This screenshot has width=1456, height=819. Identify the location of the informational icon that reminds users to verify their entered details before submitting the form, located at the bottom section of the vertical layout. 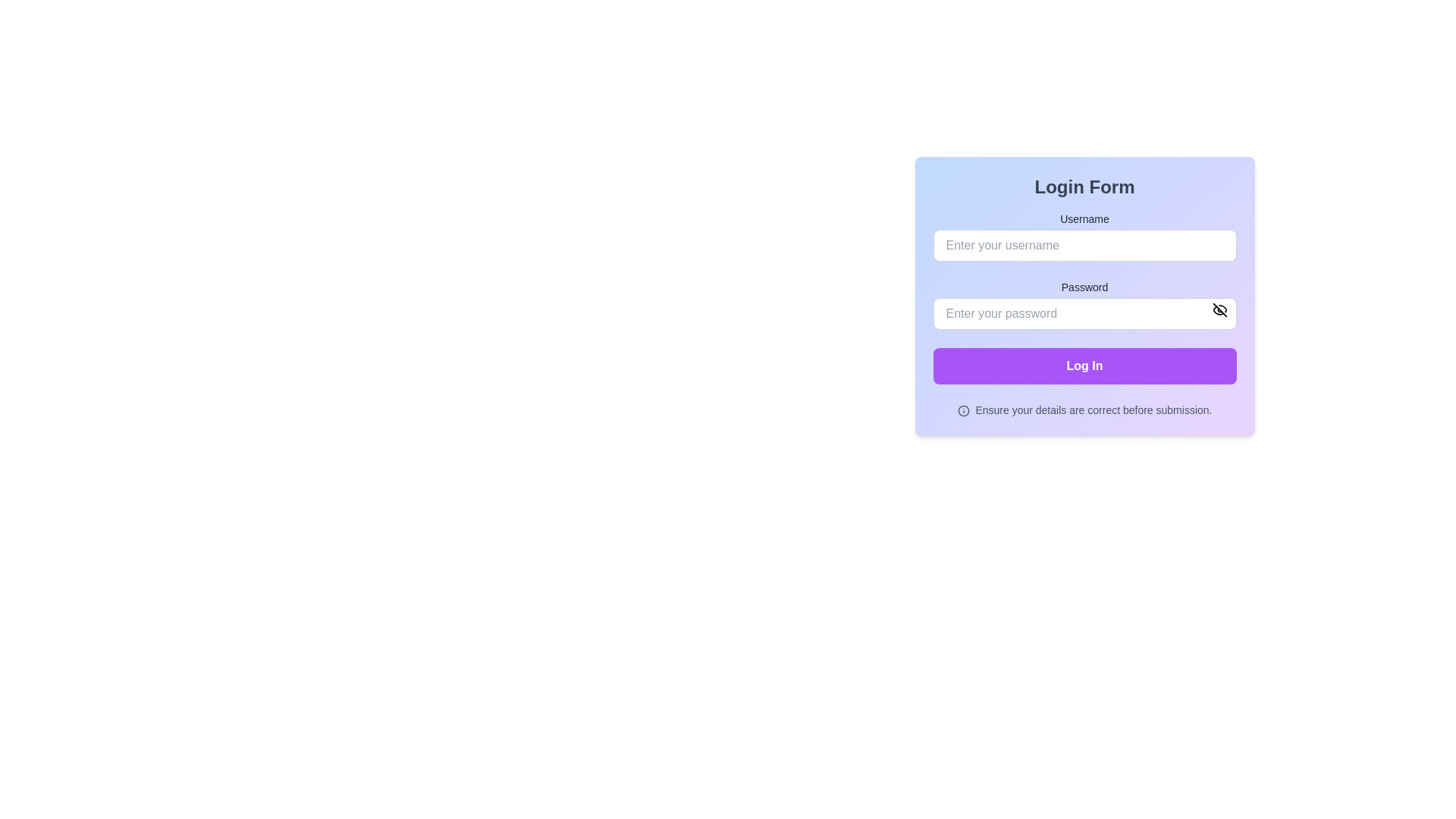
(1084, 409).